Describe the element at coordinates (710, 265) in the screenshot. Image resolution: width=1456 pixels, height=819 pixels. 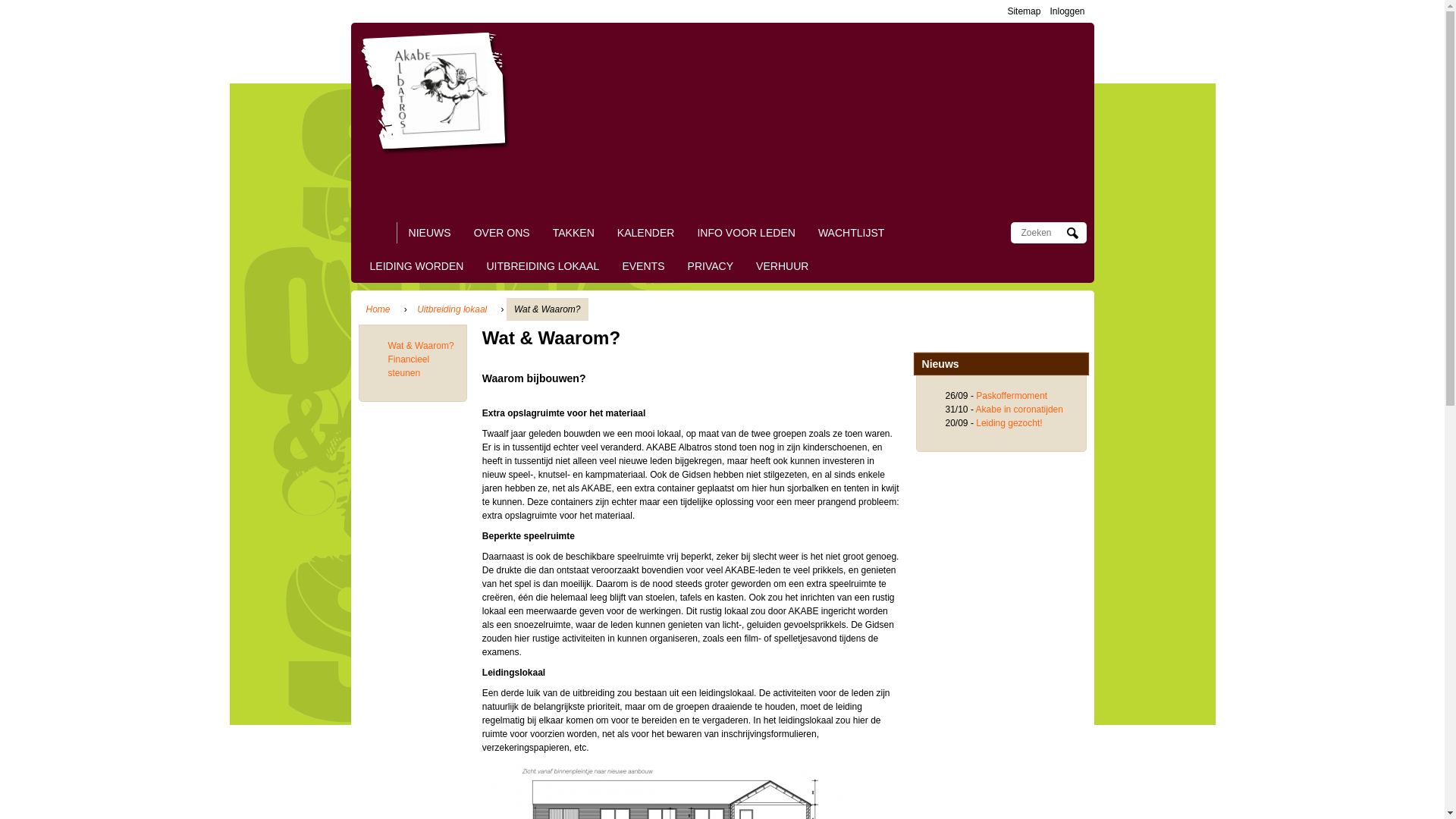
I see `'PRIVACY'` at that location.